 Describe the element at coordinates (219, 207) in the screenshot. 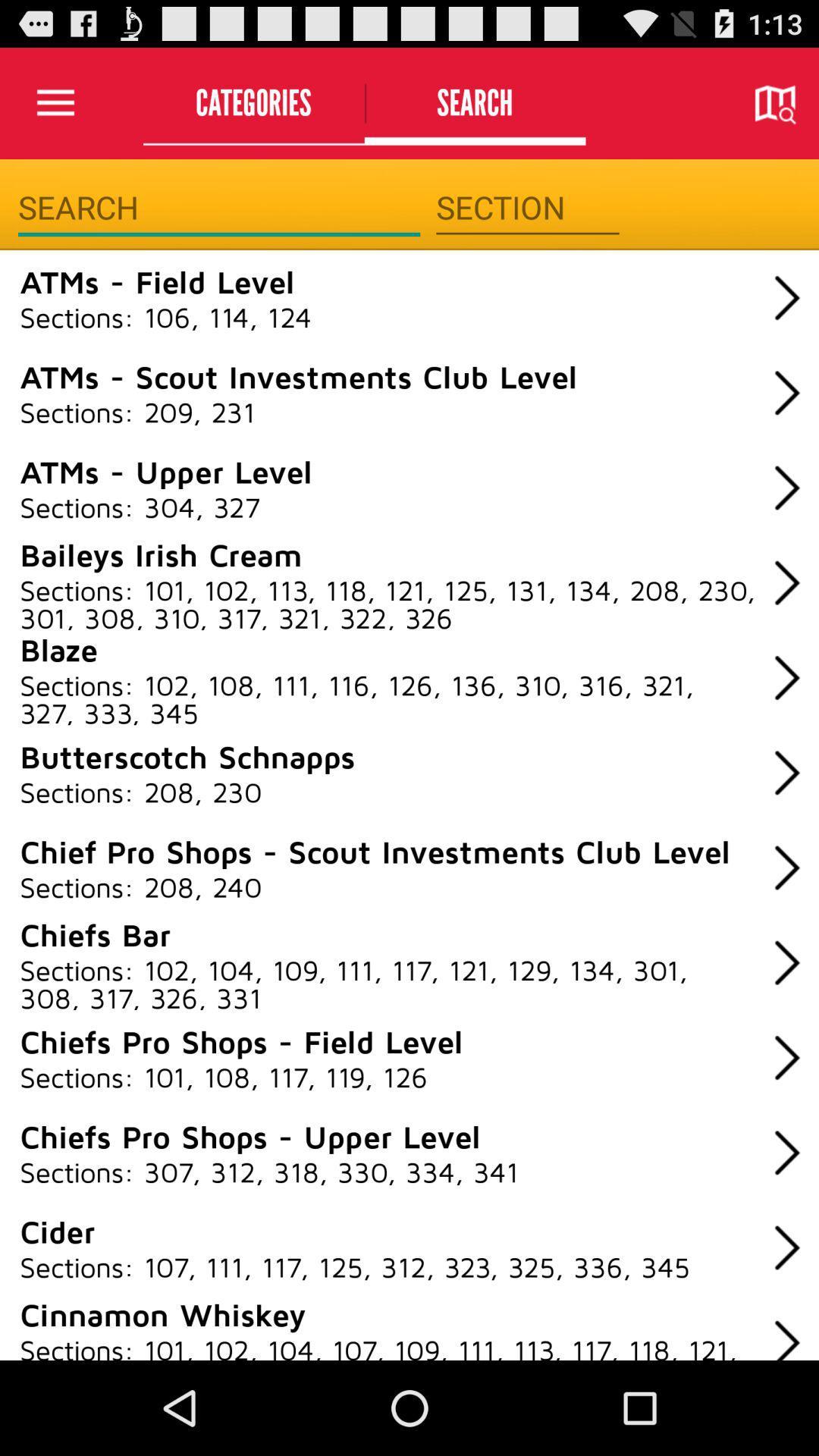

I see `search box` at that location.